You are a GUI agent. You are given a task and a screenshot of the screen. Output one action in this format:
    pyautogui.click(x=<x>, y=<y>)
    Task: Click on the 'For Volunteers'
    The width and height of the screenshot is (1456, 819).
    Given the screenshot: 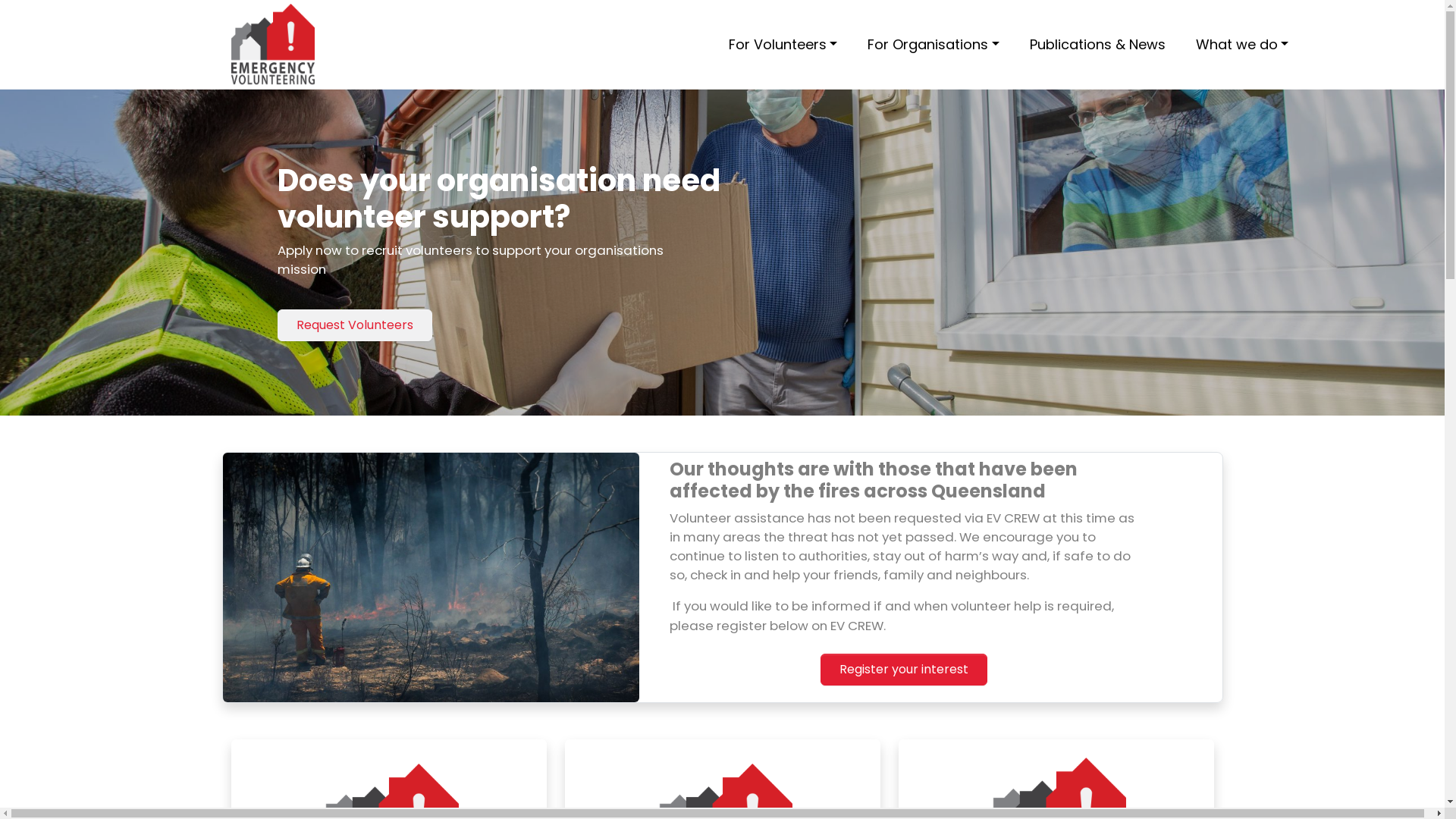 What is the action you would take?
    pyautogui.click(x=720, y=43)
    